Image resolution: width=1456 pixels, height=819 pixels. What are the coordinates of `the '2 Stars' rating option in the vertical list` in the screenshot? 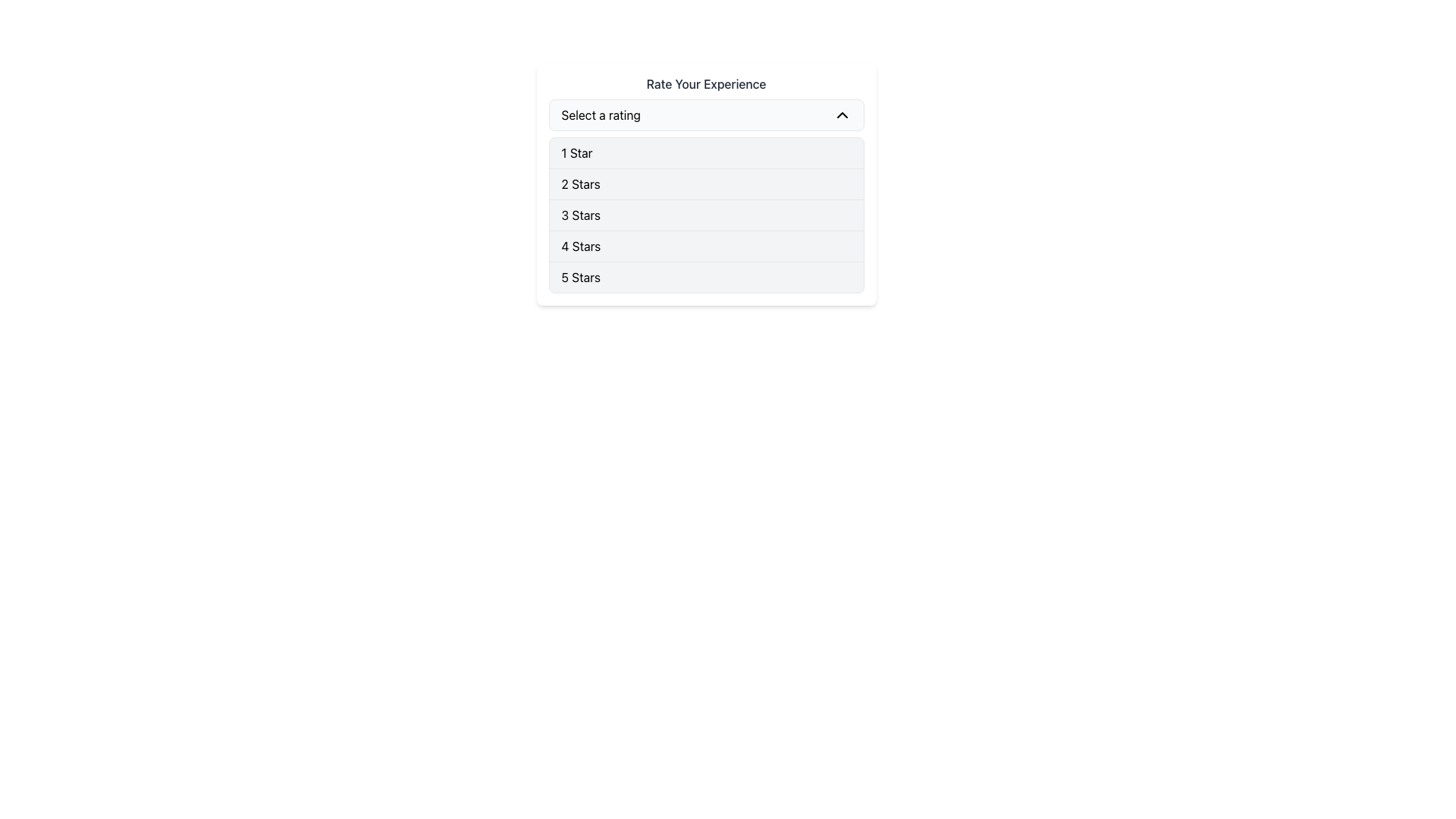 It's located at (705, 183).